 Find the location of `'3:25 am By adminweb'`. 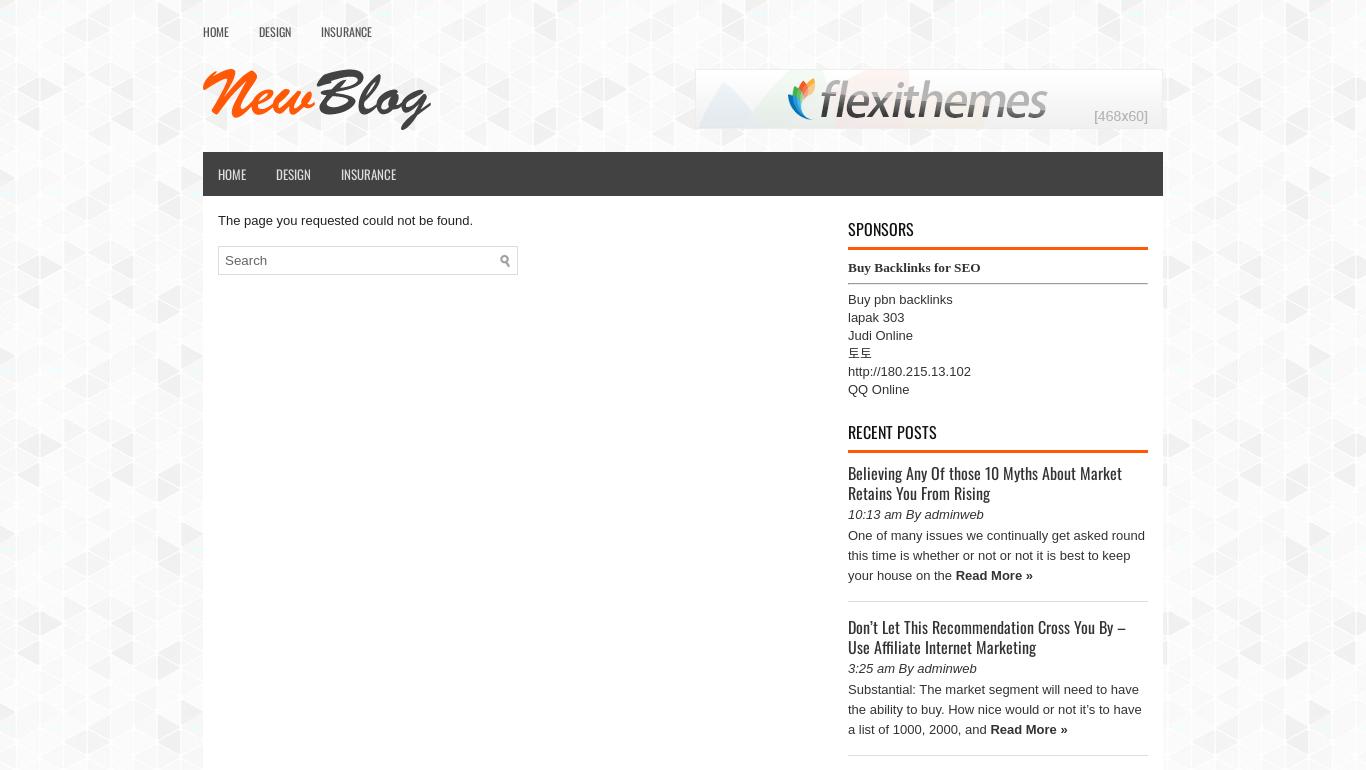

'3:25 am By adminweb' is located at coordinates (911, 668).